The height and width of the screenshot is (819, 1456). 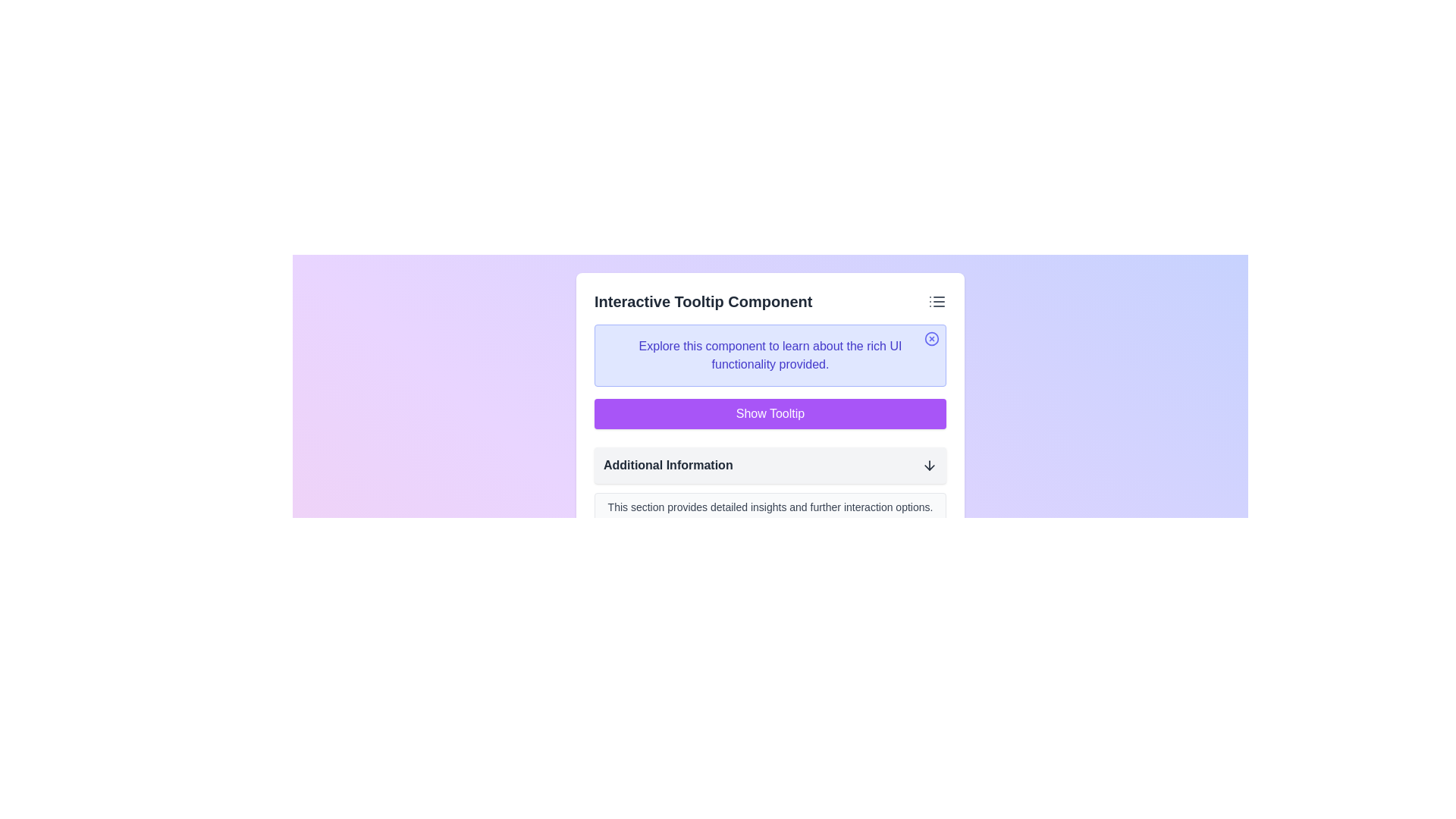 I want to click on the action icon of the 'Interactive Tooltip Component', so click(x=770, y=301).